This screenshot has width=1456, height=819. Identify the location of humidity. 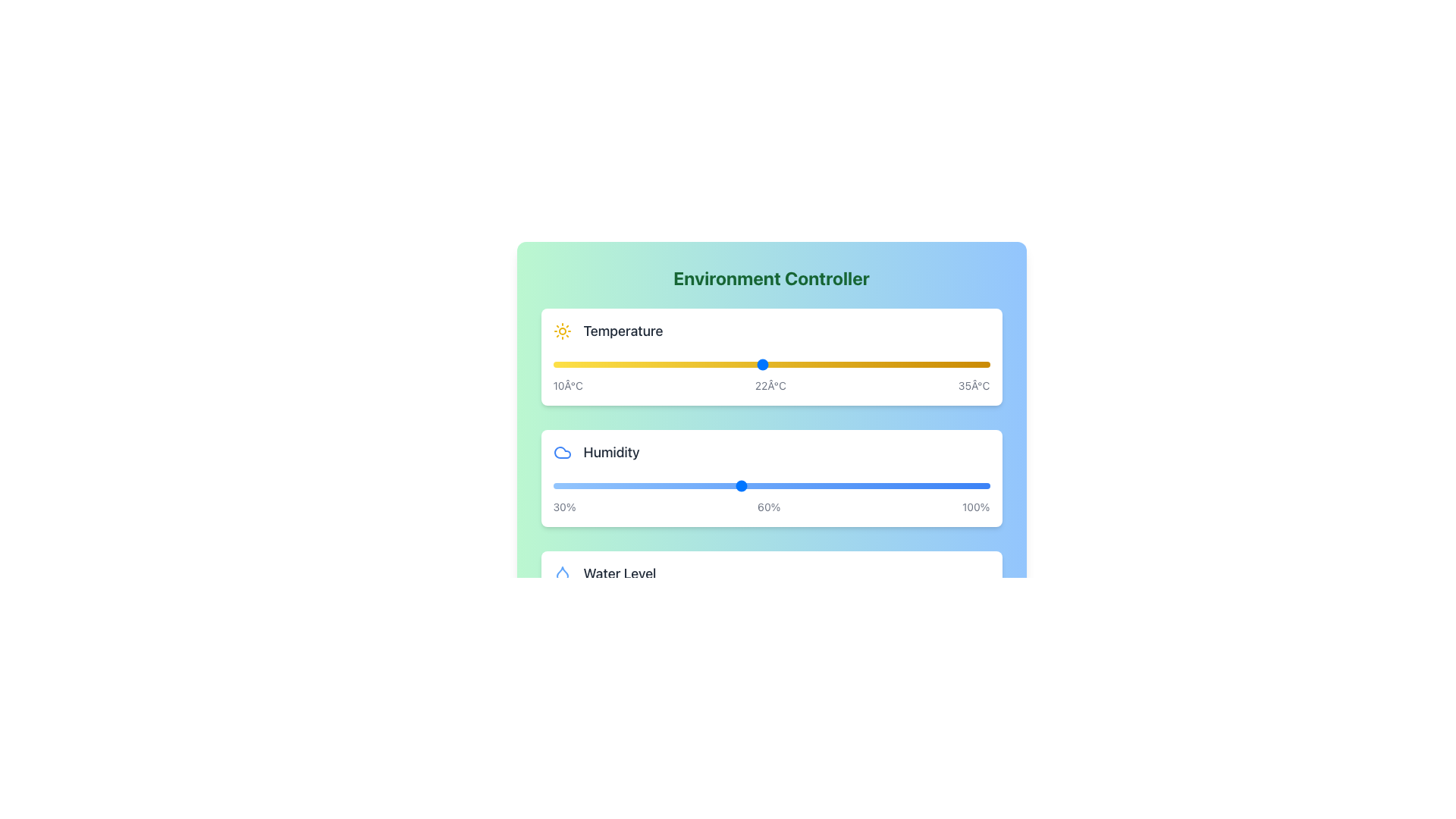
(752, 485).